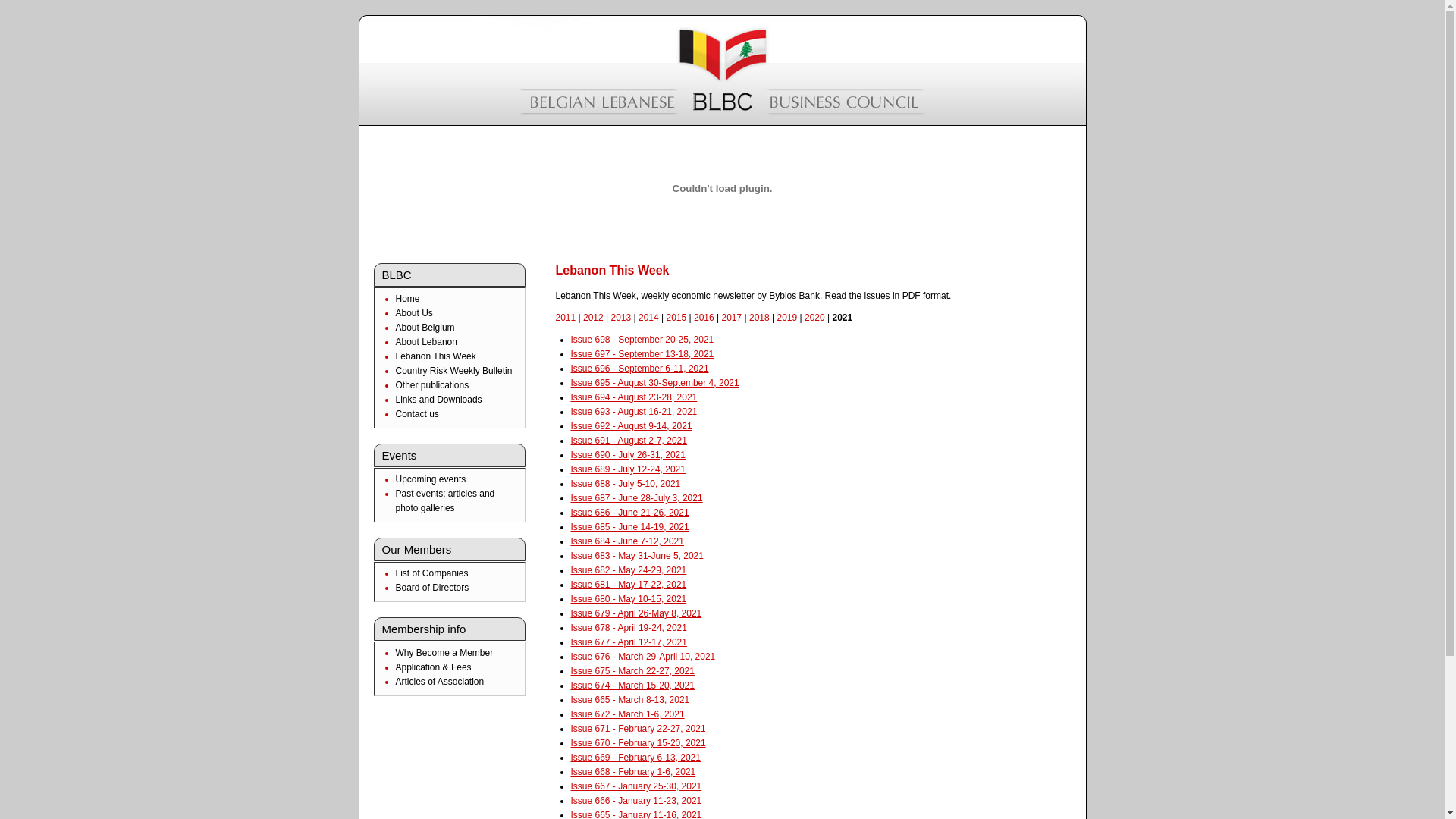 Image resolution: width=1456 pixels, height=819 pixels. I want to click on 'Issue 681 - May 17-22, 2021', so click(628, 584).